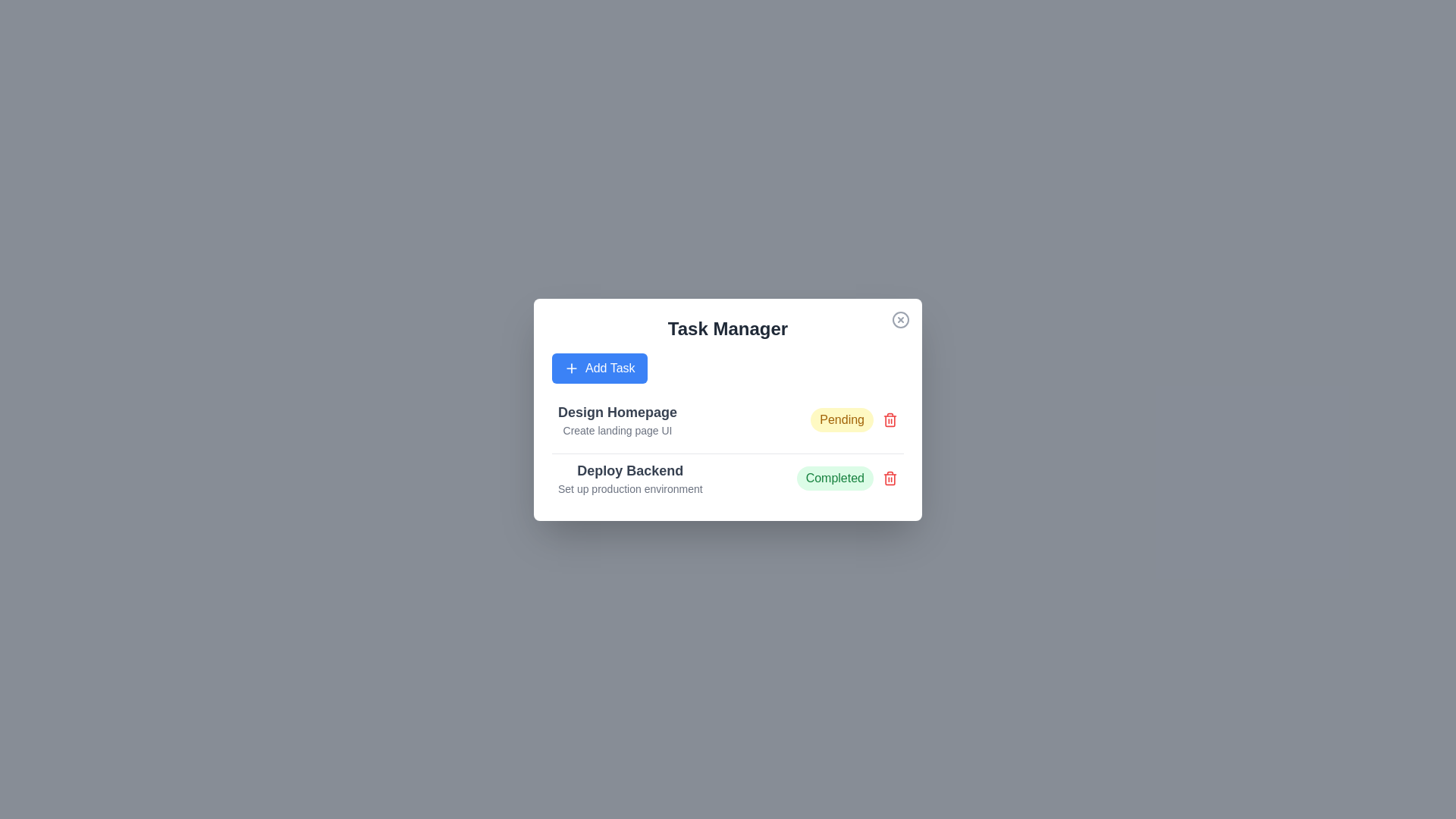  What do you see at coordinates (901, 318) in the screenshot?
I see `the circular button with a centered 'x' icon located at the top-right corner of the modal window` at bounding box center [901, 318].